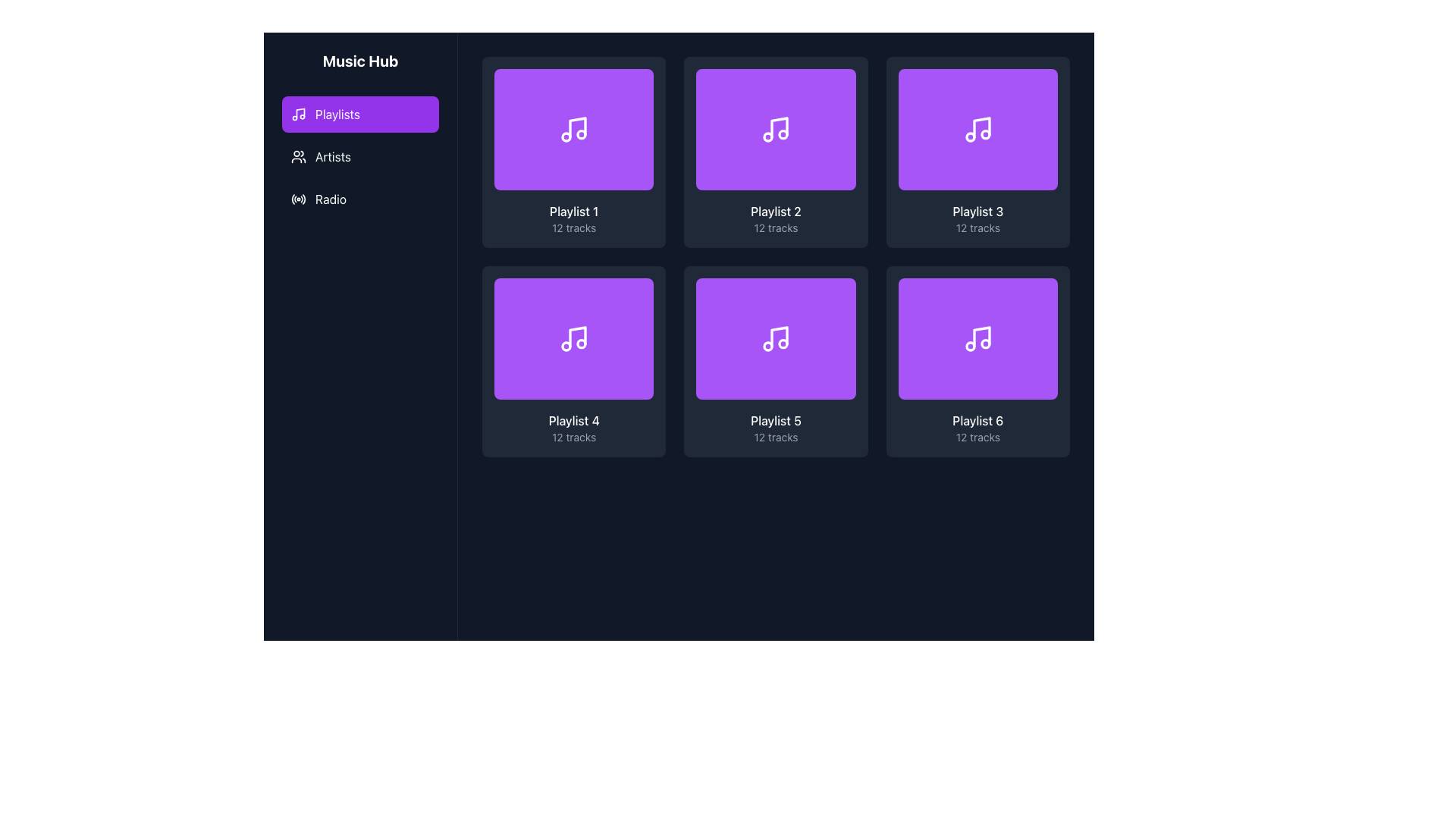  I want to click on the text label indicating the number of tracks available in 'Playlist 6', which is located at the bottom-center of the sixth playlist card, so click(977, 438).